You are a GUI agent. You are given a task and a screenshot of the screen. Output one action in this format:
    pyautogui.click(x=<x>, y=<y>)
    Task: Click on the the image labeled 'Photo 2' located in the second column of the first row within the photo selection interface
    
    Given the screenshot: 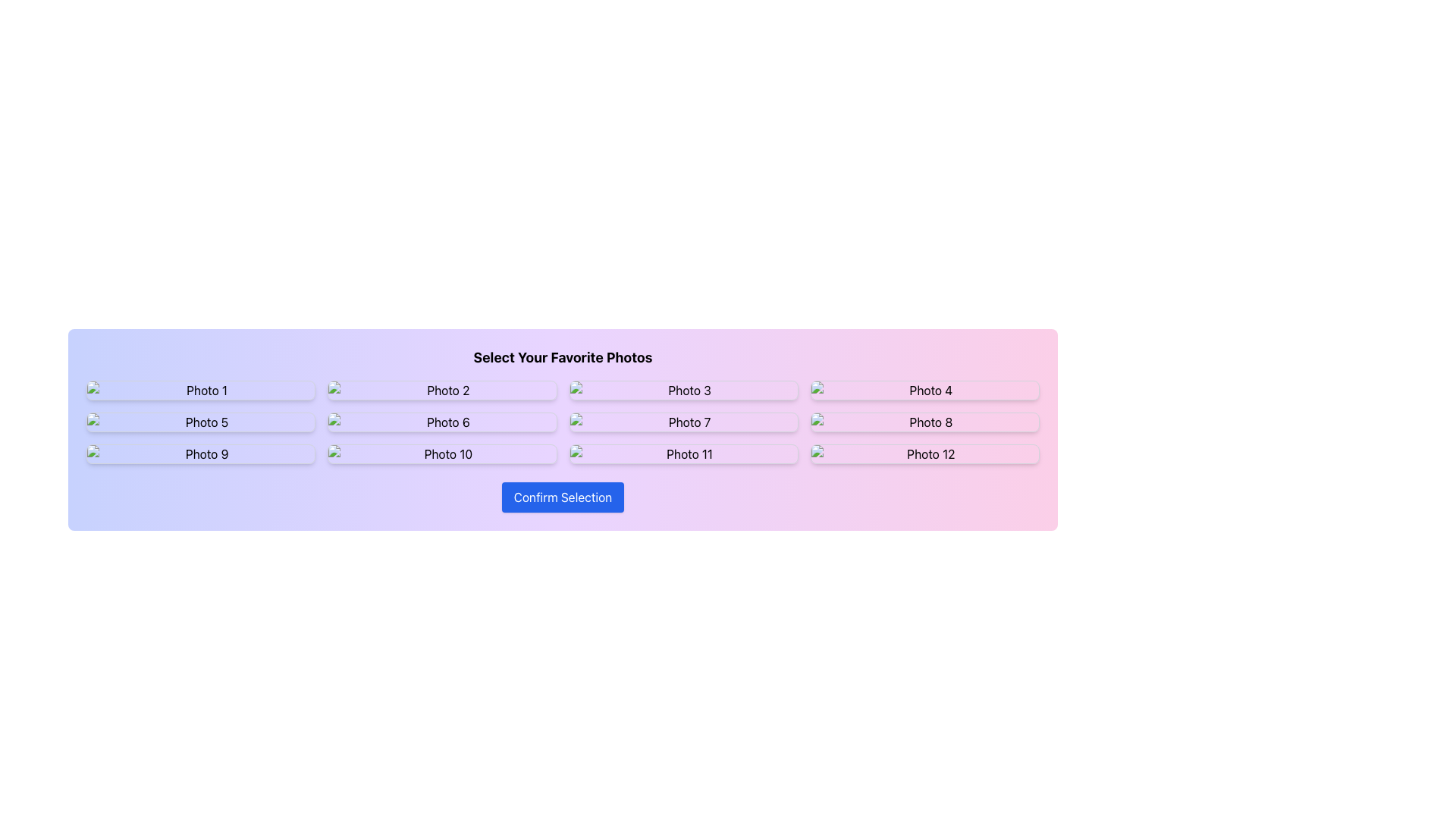 What is the action you would take?
    pyautogui.click(x=441, y=390)
    